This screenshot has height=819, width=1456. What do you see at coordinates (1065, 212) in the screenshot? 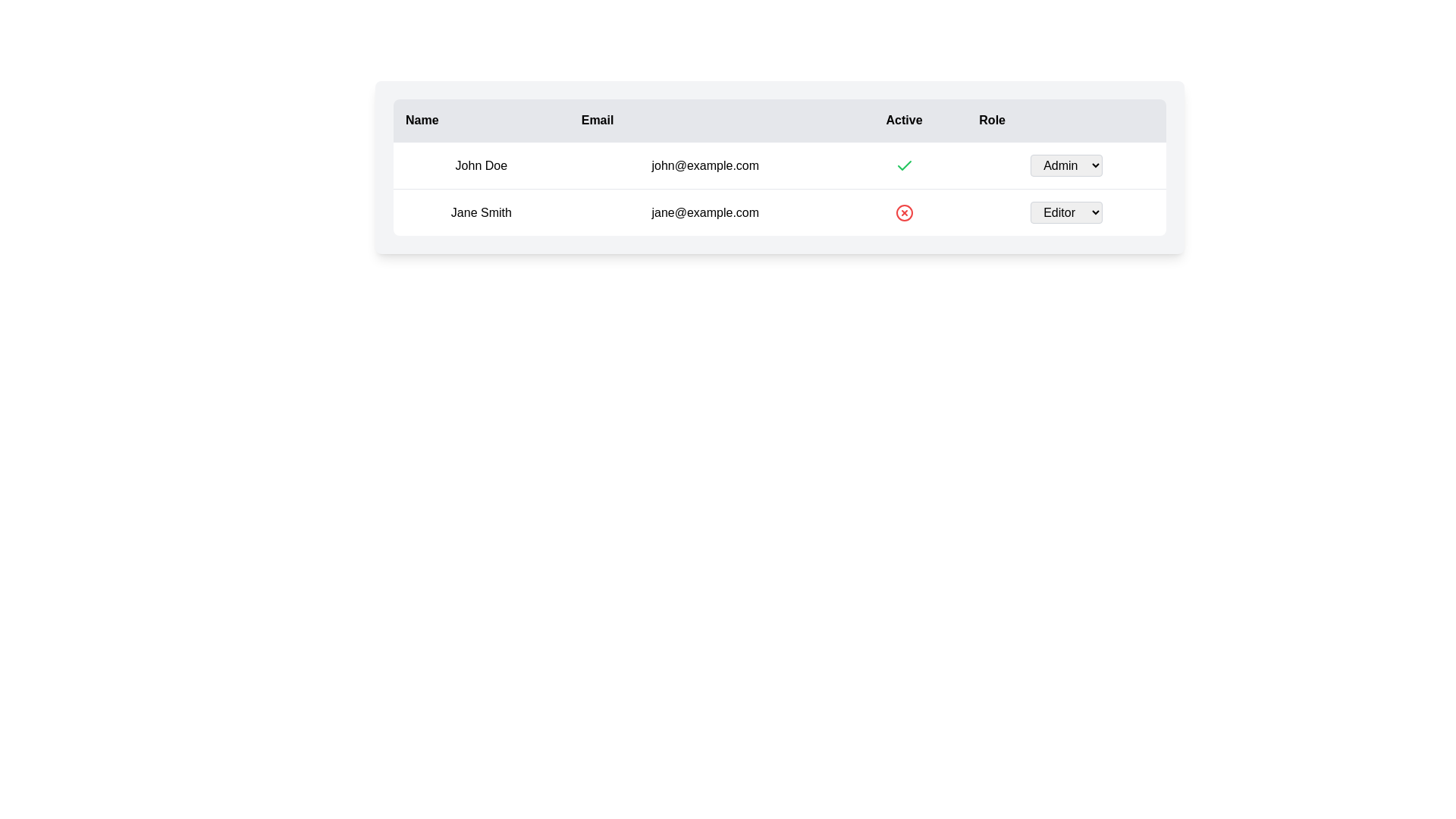
I see `the dropdown menu located in the 'Role' column of the second row of the table` at bounding box center [1065, 212].